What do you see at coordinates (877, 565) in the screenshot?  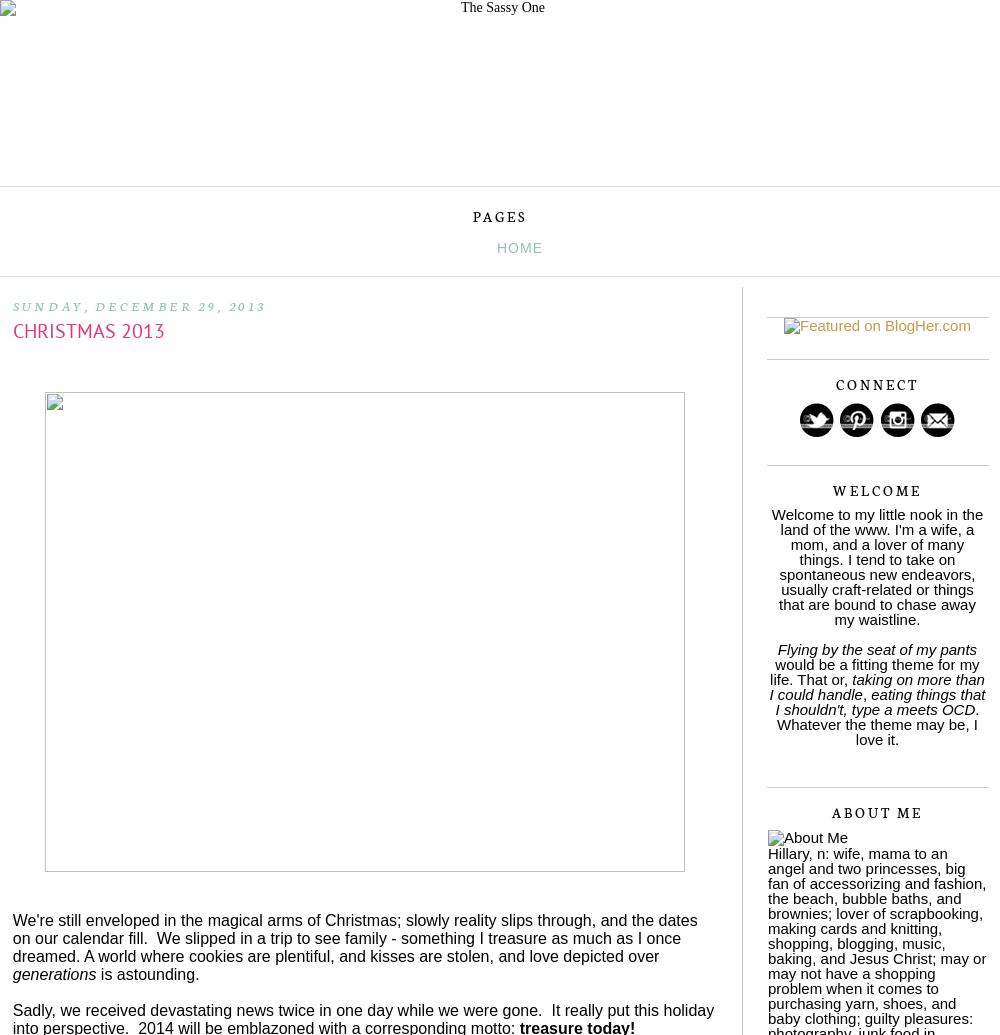 I see `'Welcome to my little nook in the land of the www. I'm a wife, a mom, and a lover of many things. I tend to take on spontaneous new endeavors, usually craft-related or things that are bound to chase away my waistline.'` at bounding box center [877, 565].